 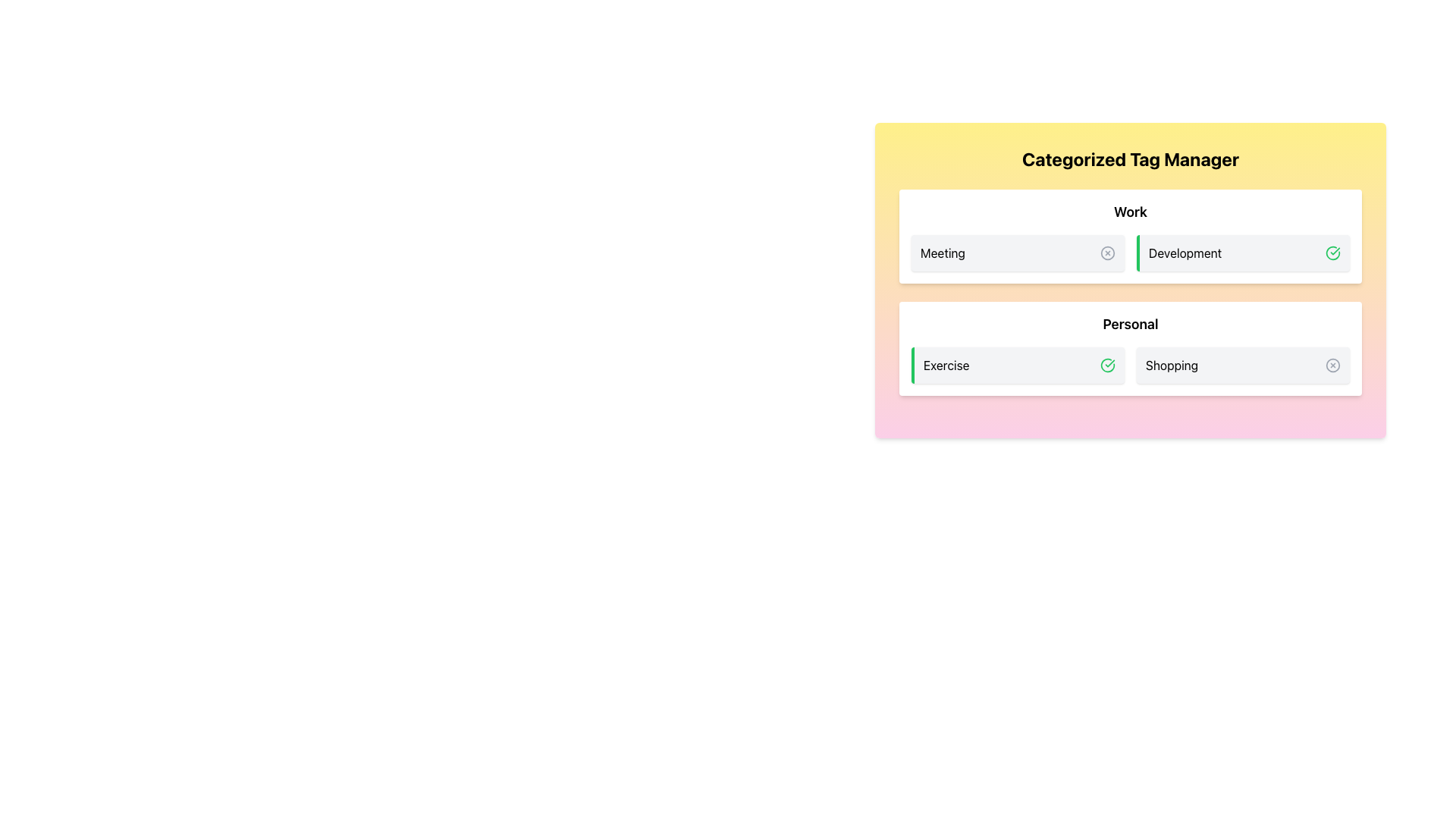 What do you see at coordinates (1332, 366) in the screenshot?
I see `the dismiss icon located to the right of the 'Shopping' label in the 'Personal' section` at bounding box center [1332, 366].